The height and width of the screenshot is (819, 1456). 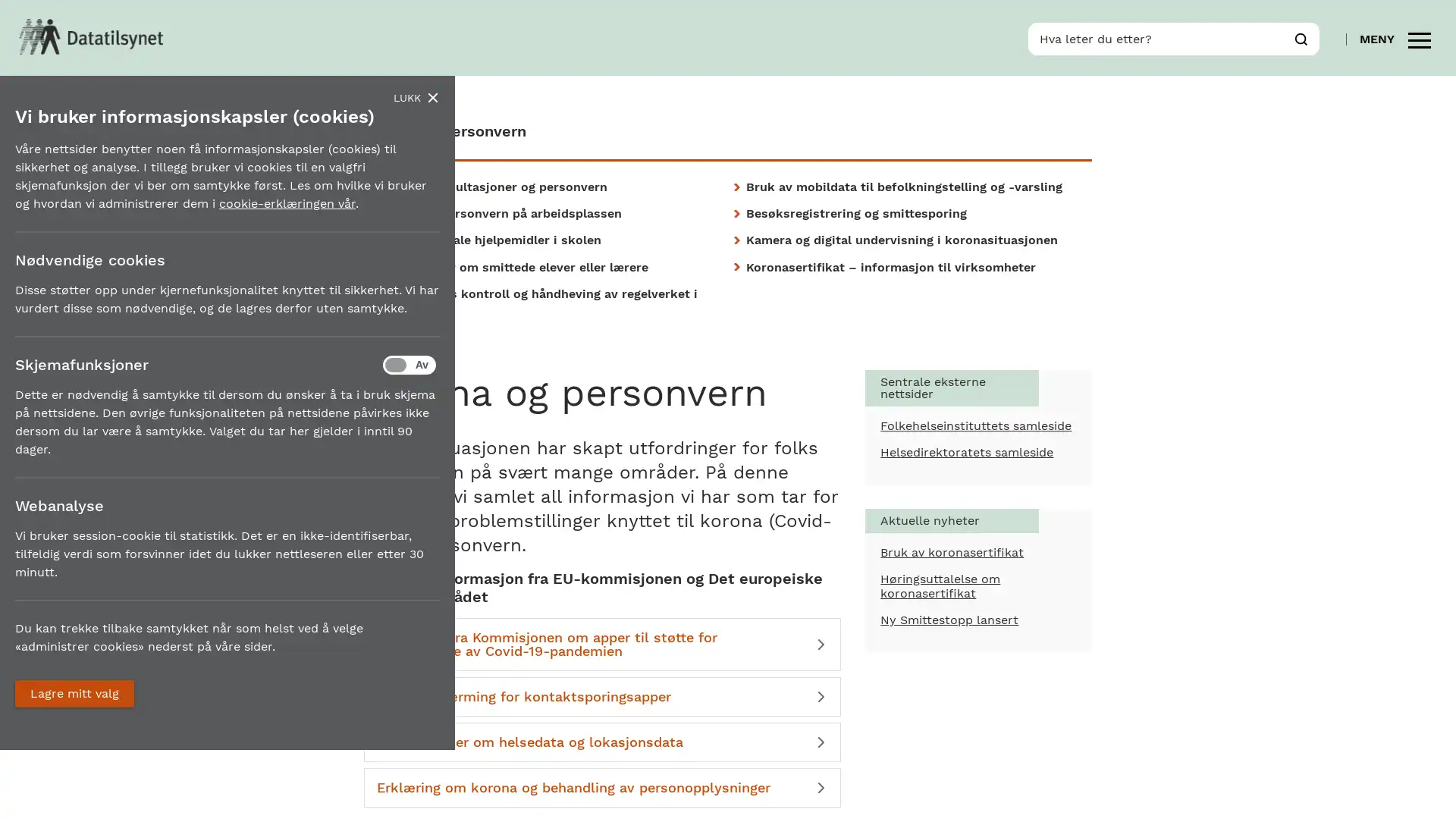 What do you see at coordinates (74, 693) in the screenshot?
I see `Lagre mitt valg` at bounding box center [74, 693].